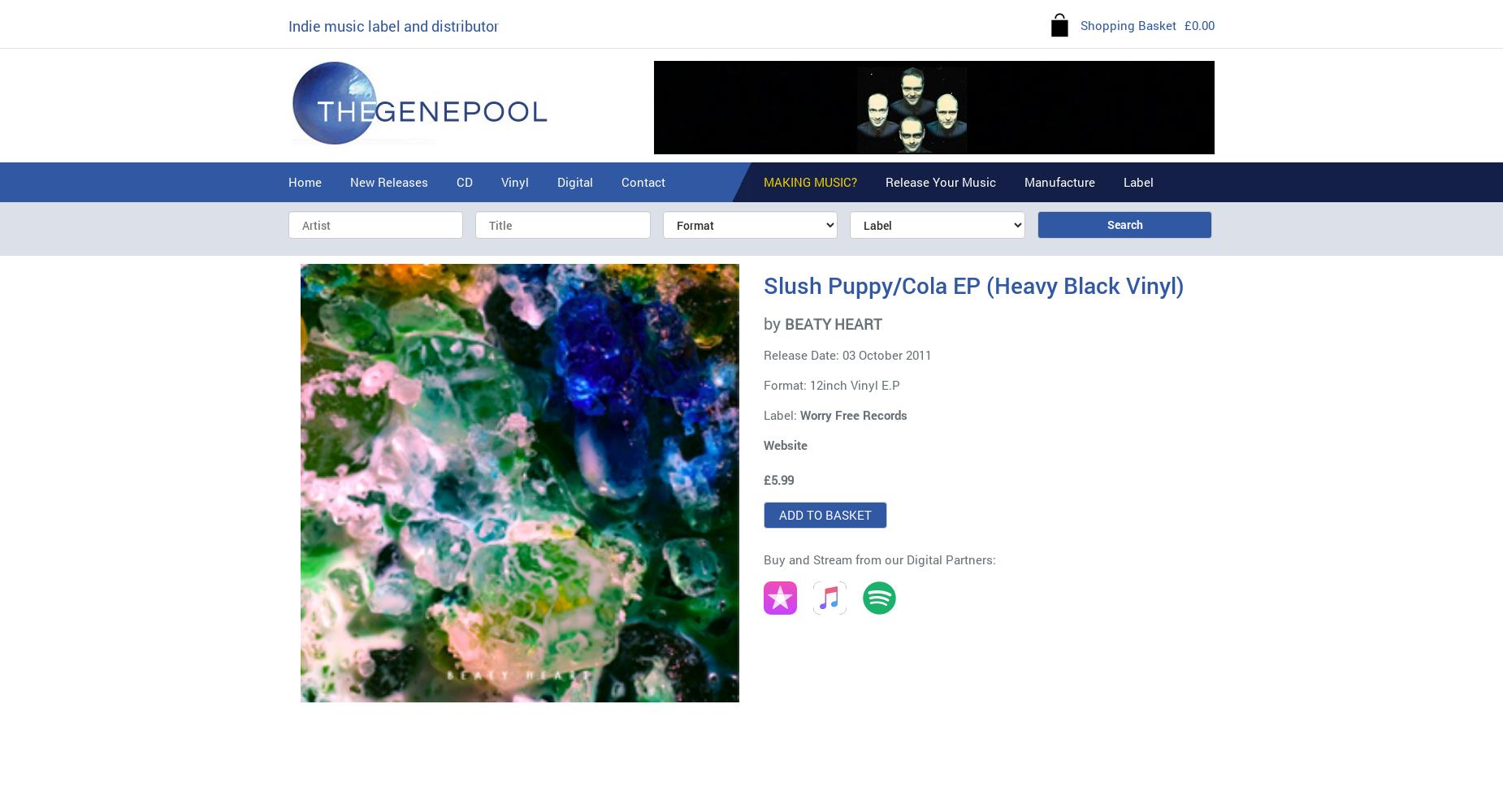 This screenshot has width=1503, height=812. Describe the element at coordinates (784, 323) in the screenshot. I see `'BEATY HEART'` at that location.